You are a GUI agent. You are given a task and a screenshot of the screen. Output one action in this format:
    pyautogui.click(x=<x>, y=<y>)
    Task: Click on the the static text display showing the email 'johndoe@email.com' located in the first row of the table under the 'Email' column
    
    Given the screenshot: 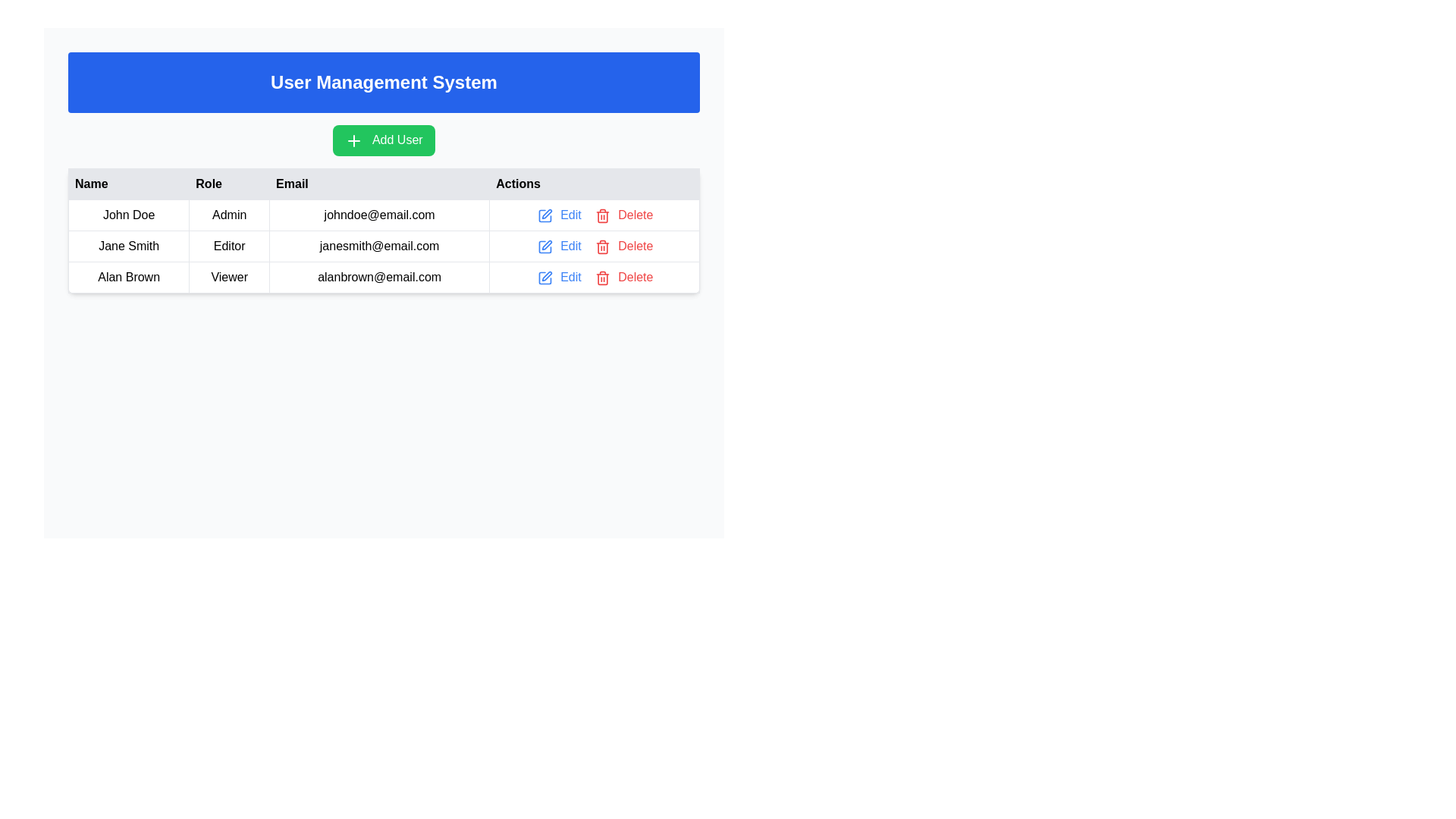 What is the action you would take?
    pyautogui.click(x=379, y=215)
    